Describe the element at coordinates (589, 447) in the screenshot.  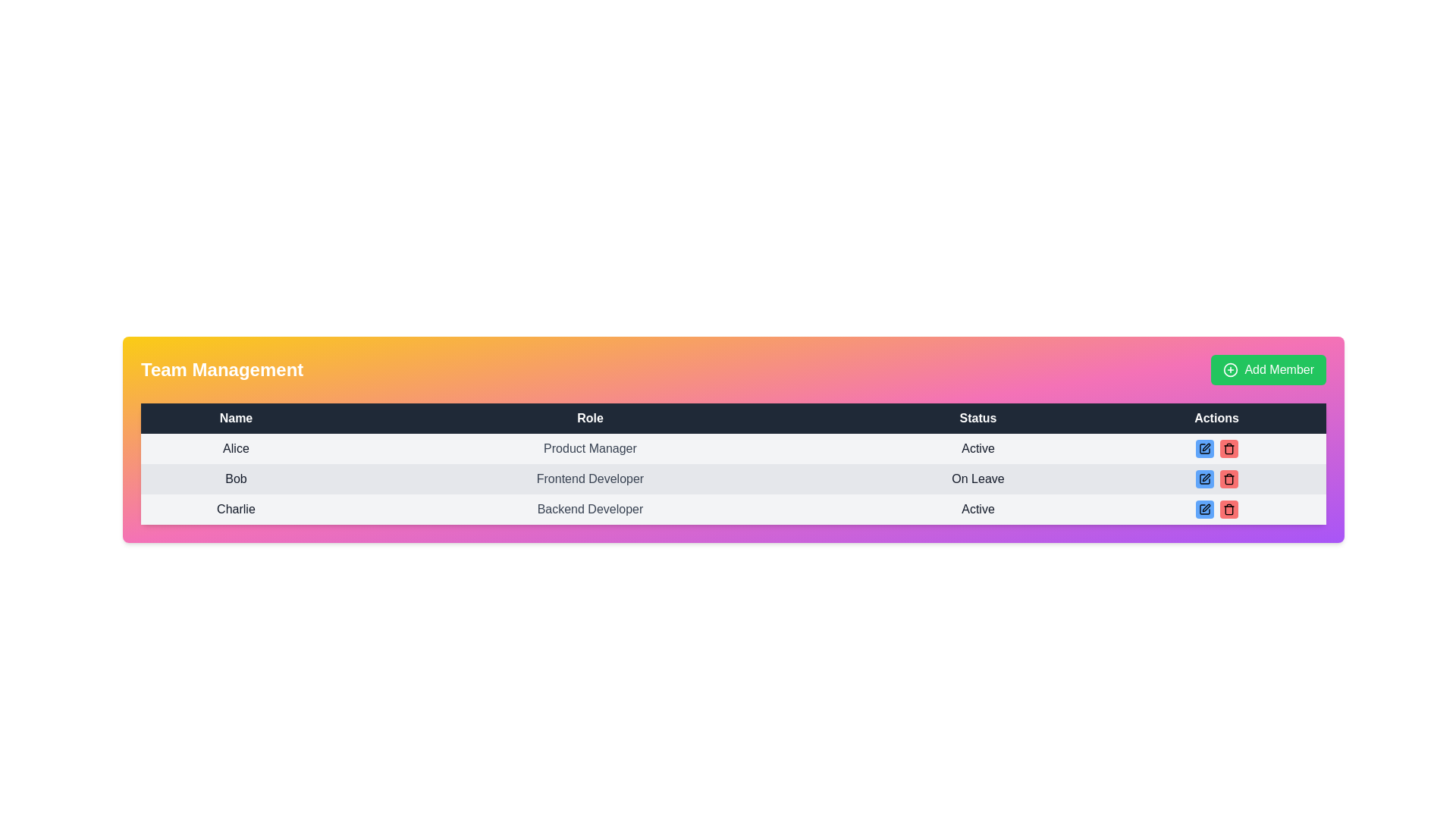
I see `the text element displaying 'Product Manager' located in the second column under the 'Role' header of the table` at that location.